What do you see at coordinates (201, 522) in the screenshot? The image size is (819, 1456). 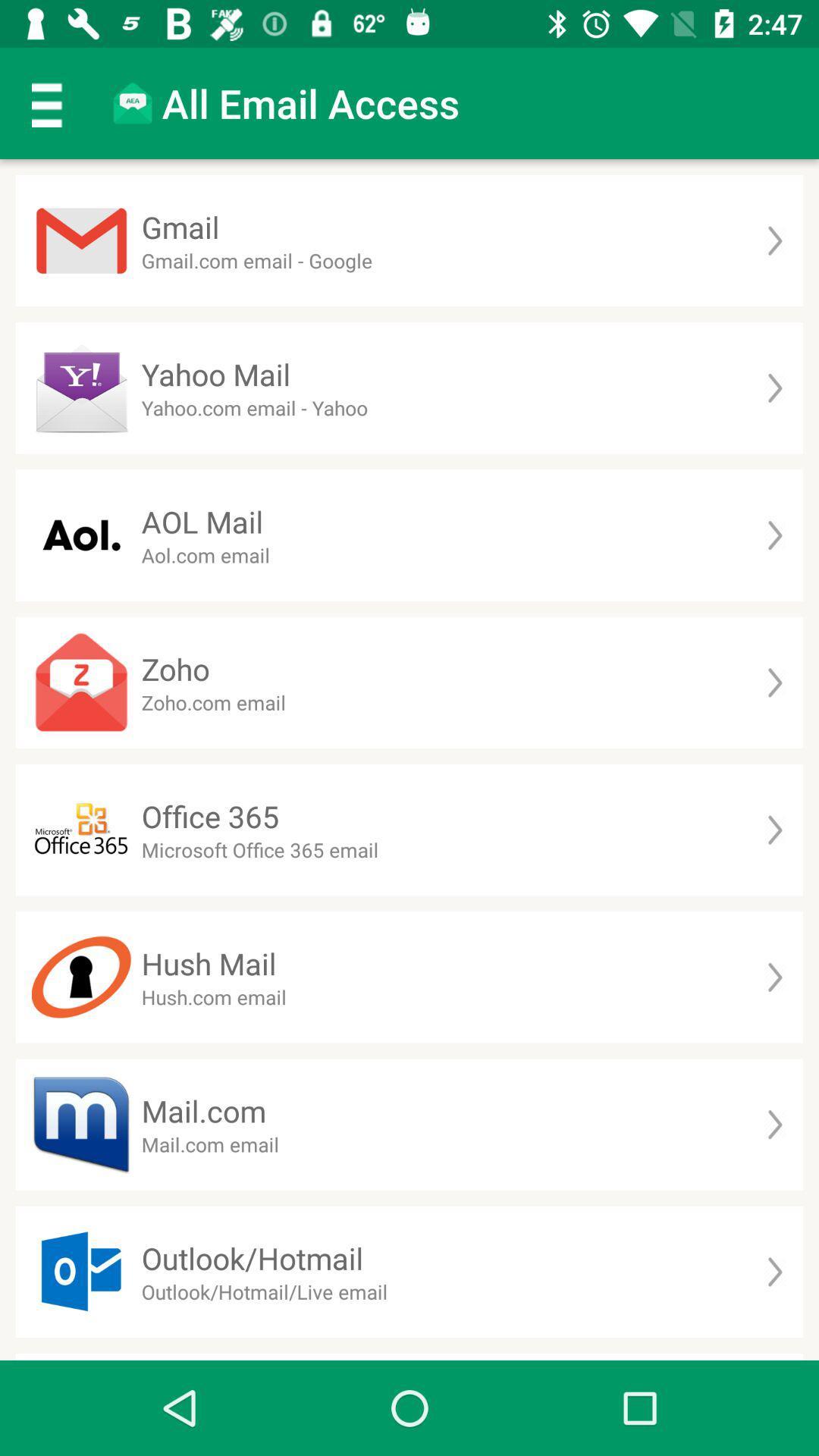 I see `item above aol.com email item` at bounding box center [201, 522].